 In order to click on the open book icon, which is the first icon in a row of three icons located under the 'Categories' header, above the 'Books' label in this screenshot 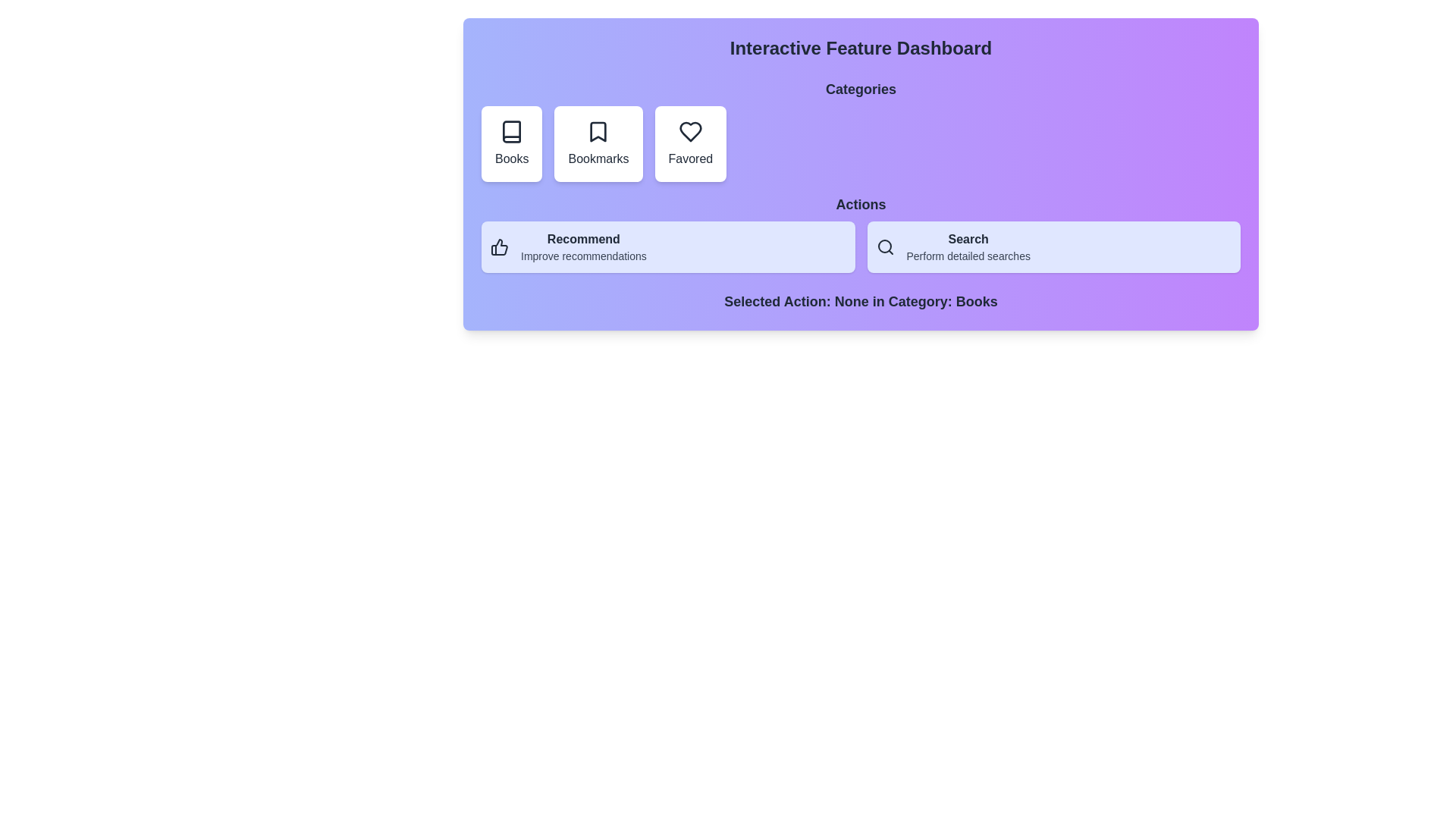, I will do `click(512, 130)`.